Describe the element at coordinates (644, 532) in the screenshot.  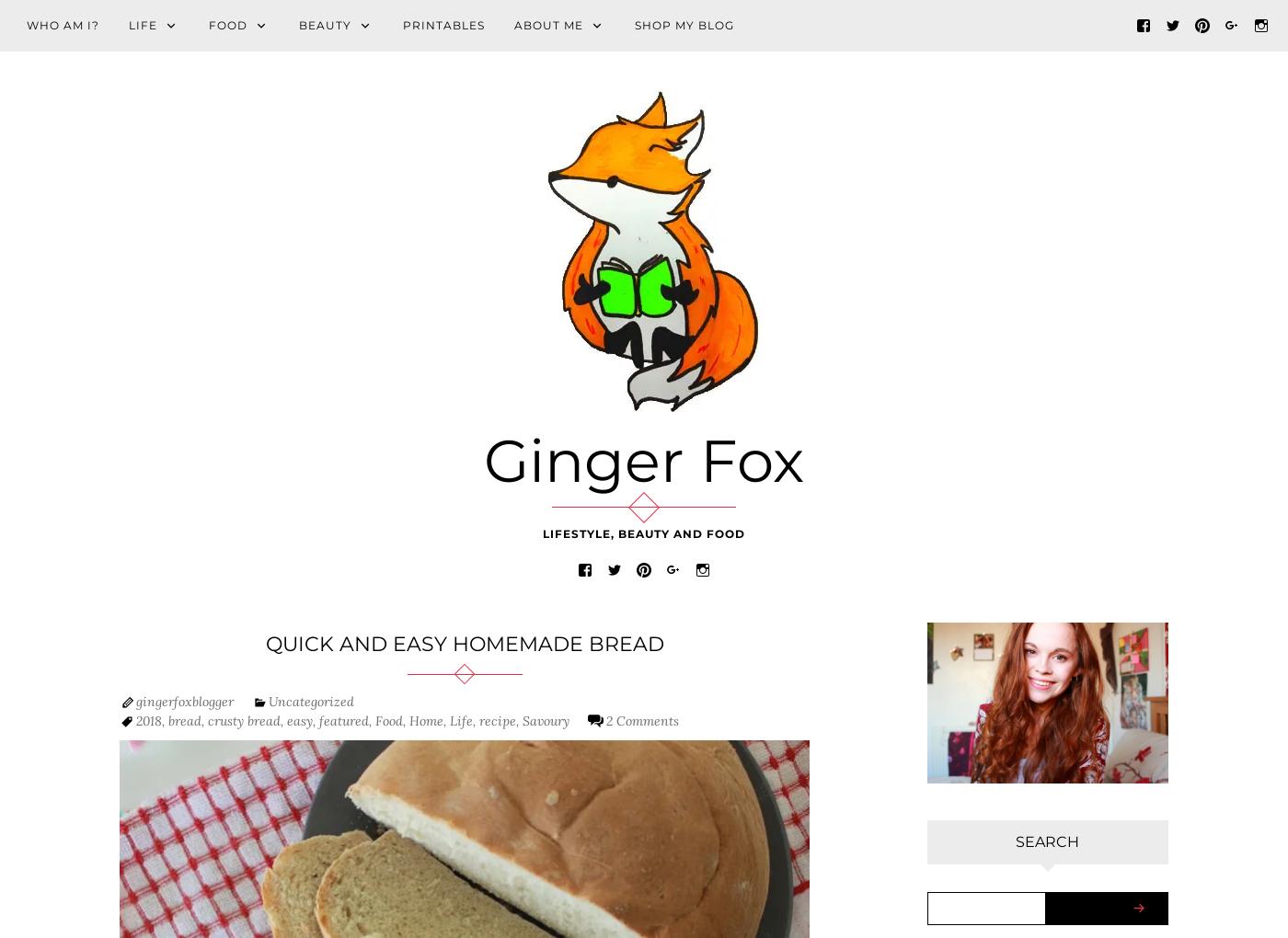
I see `'Lifestyle, Beauty and Food'` at that location.